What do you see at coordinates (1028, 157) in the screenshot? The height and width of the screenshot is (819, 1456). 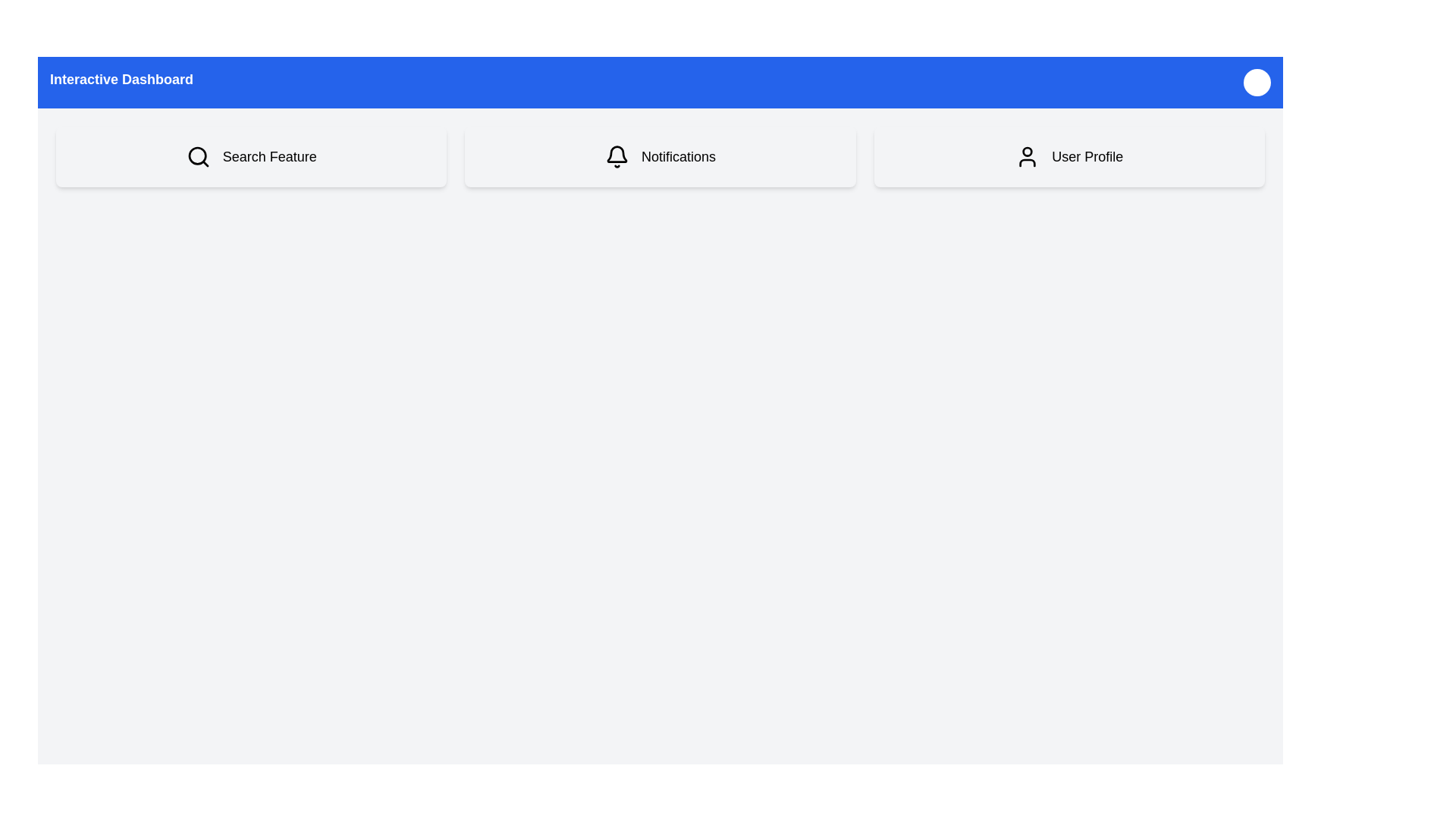 I see `the 'User Profile' icon that represents the 'User Profile' section in the application interface, located in the third card towards the right-hand side` at bounding box center [1028, 157].